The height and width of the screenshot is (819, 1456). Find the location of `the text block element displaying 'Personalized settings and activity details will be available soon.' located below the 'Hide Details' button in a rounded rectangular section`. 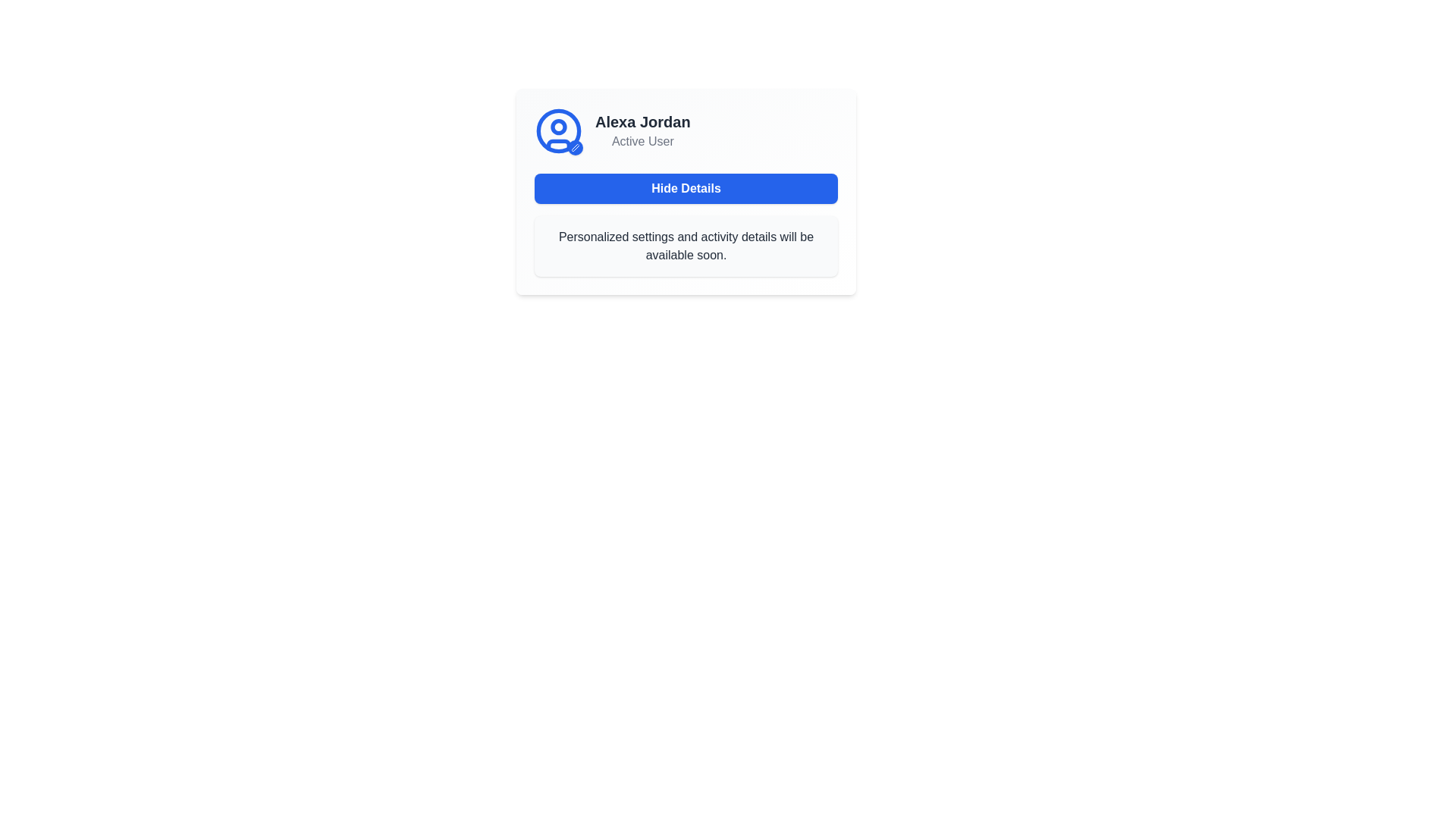

the text block element displaying 'Personalized settings and activity details will be available soon.' located below the 'Hide Details' button in a rounded rectangular section is located at coordinates (686, 245).